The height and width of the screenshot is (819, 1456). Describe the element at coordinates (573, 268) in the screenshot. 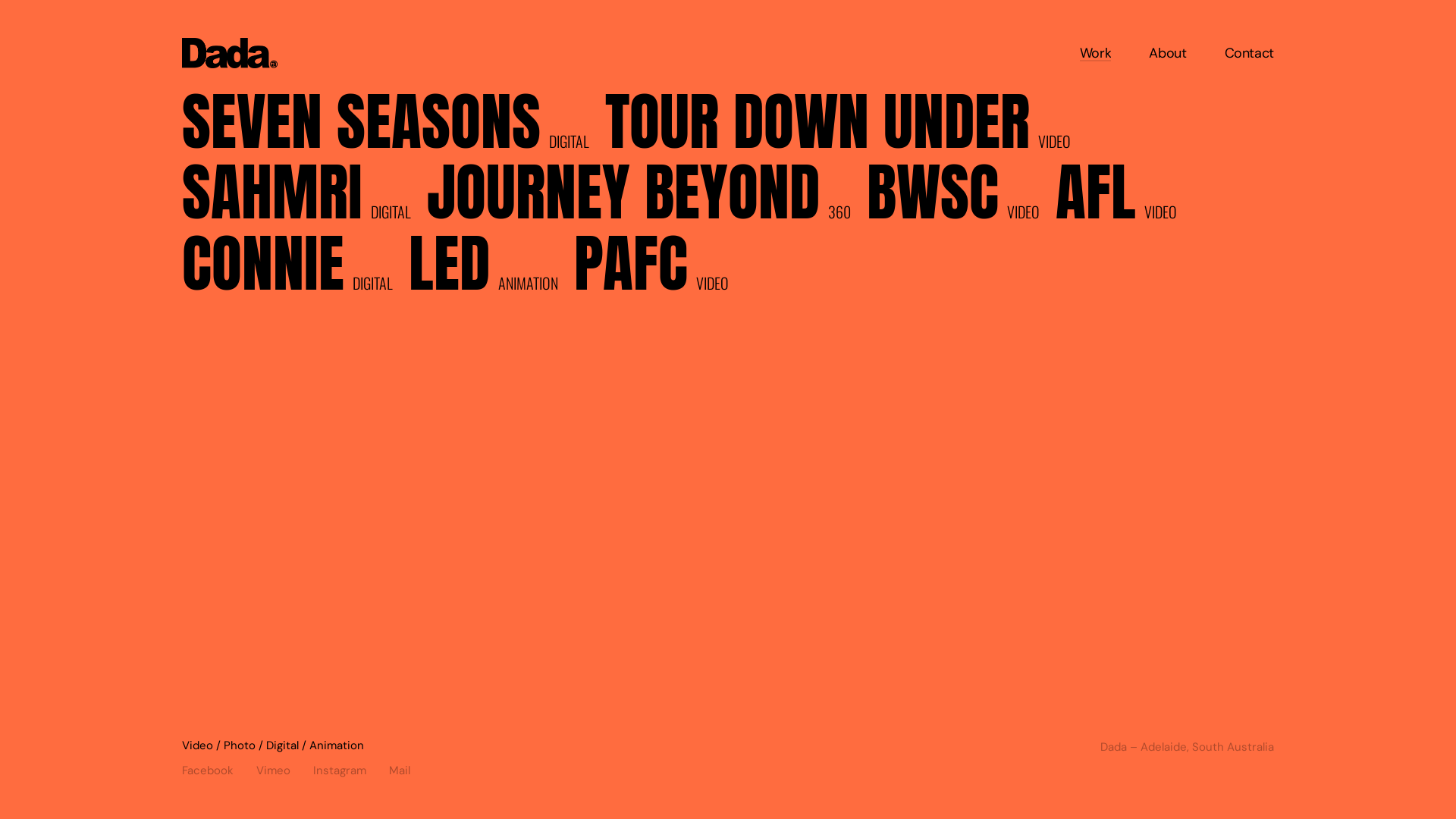

I see `'PAFC VIDEO'` at that location.